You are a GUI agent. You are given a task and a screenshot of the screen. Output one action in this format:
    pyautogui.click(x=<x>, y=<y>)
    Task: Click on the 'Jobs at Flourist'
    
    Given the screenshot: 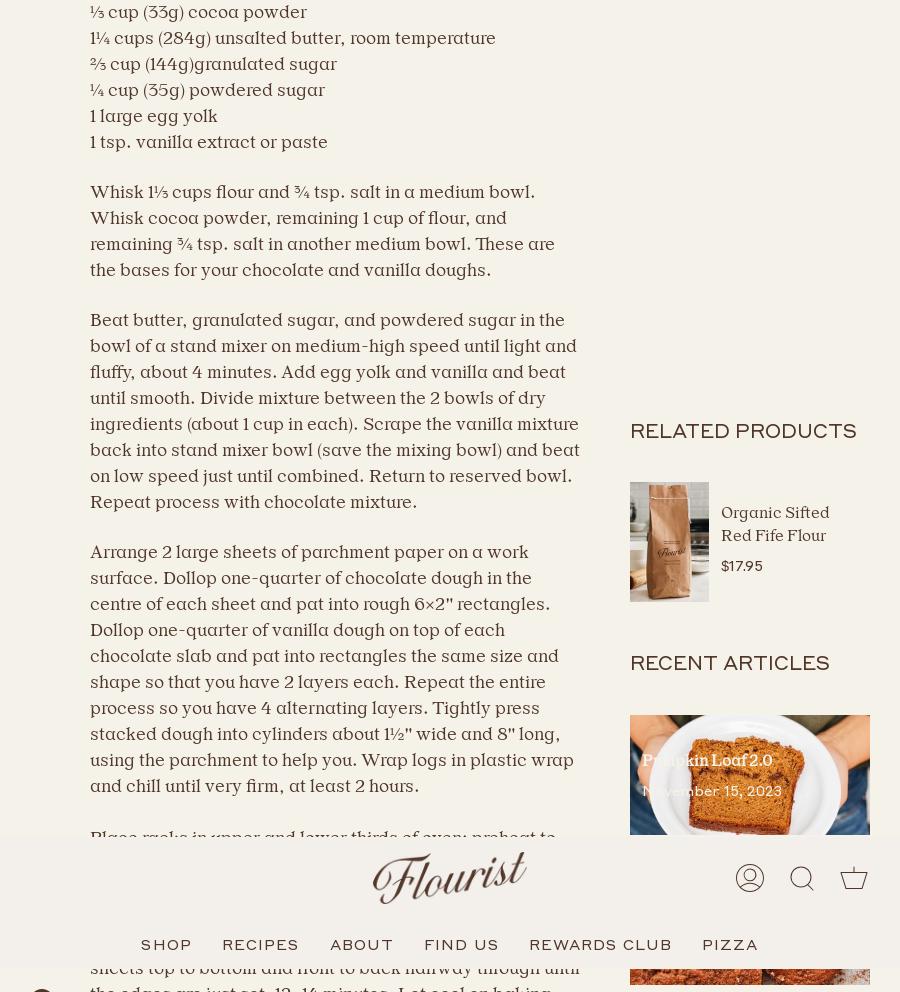 What is the action you would take?
    pyautogui.click(x=106, y=499)
    